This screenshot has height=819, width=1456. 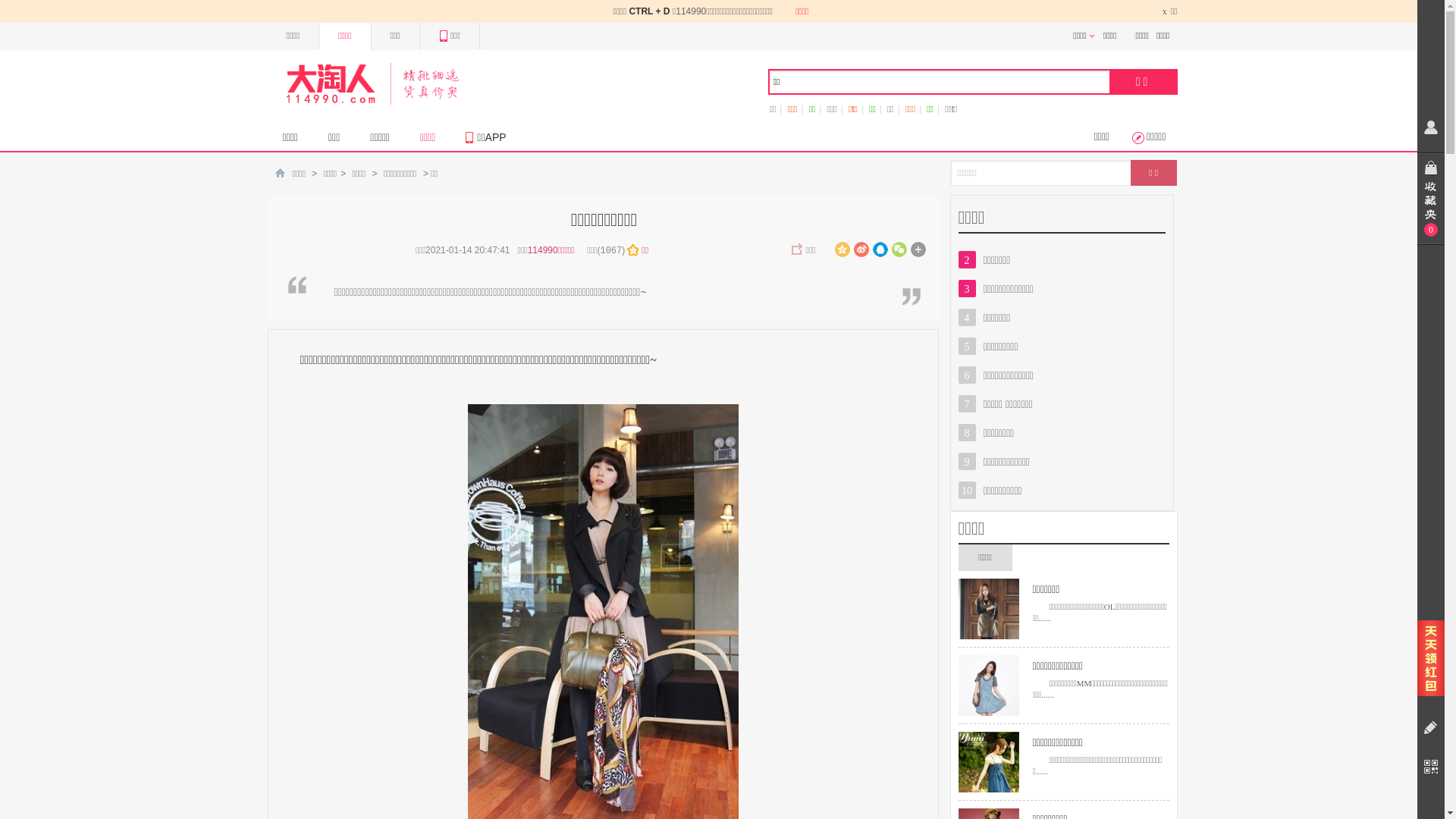 What do you see at coordinates (1416, 198) in the screenshot?
I see `'0'` at bounding box center [1416, 198].